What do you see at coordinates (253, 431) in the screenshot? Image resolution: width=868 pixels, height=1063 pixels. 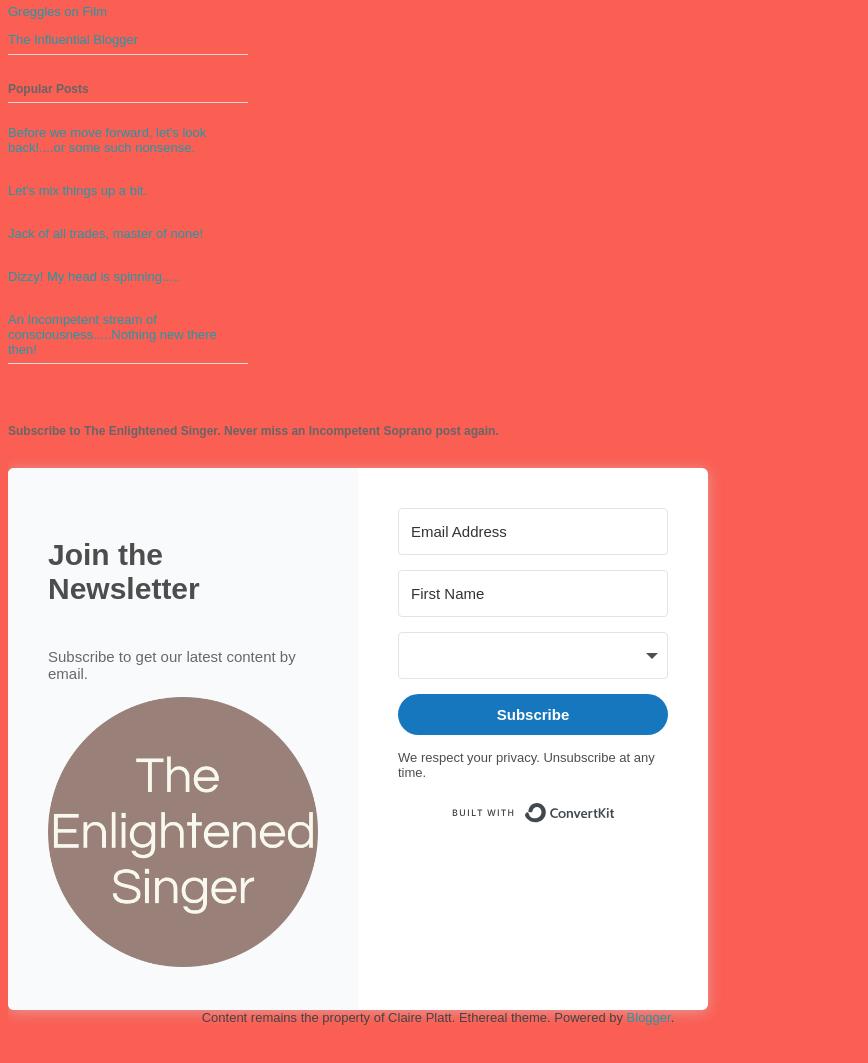 I see `'Subscribe to The Enlightened Singer. Never miss an Incompetent Soprano post again.'` at bounding box center [253, 431].